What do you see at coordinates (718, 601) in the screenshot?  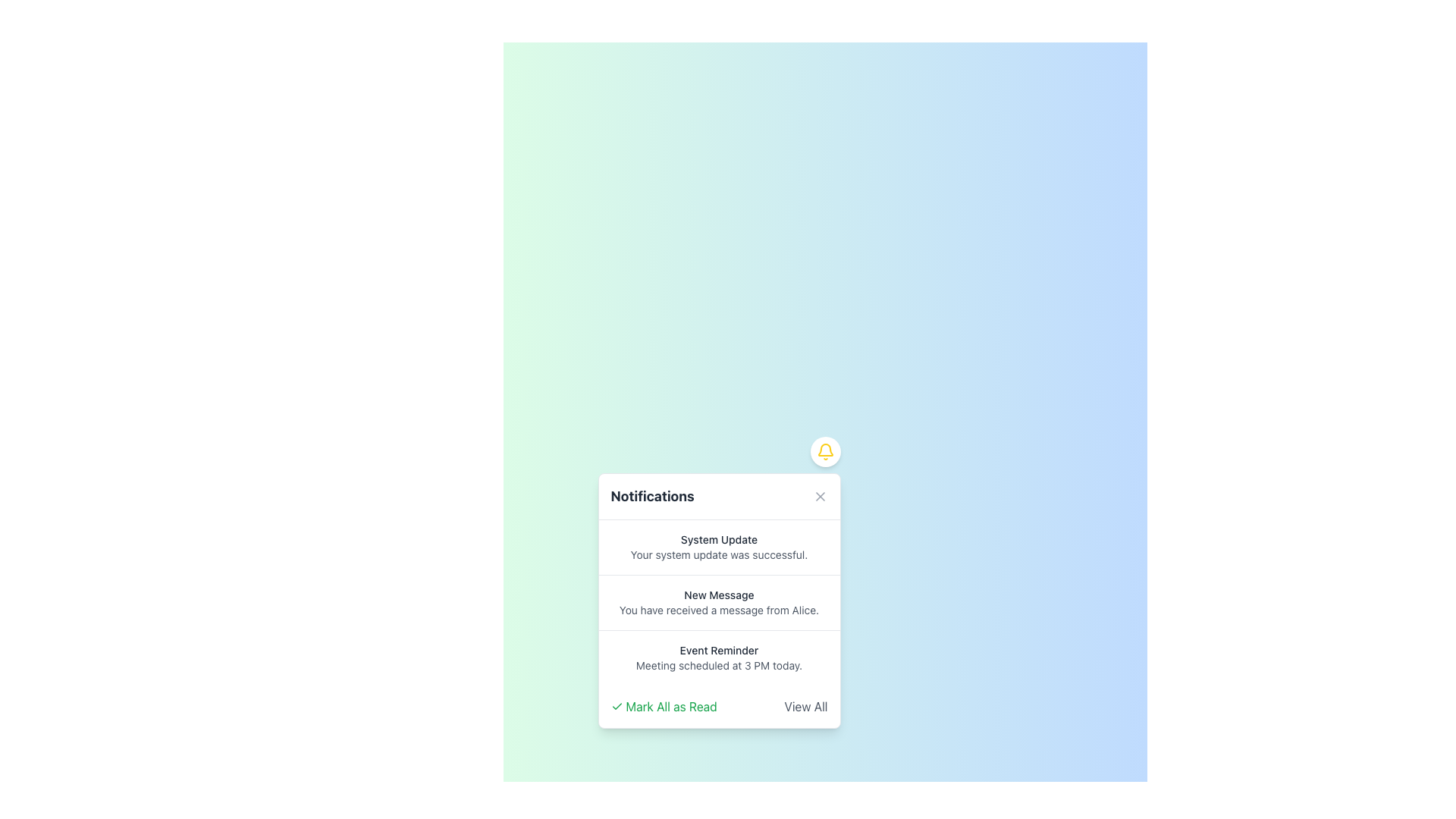 I see `the Notification Item labeled 'New Message' which contains the subtext 'You have received a message from Alice.'` at bounding box center [718, 601].